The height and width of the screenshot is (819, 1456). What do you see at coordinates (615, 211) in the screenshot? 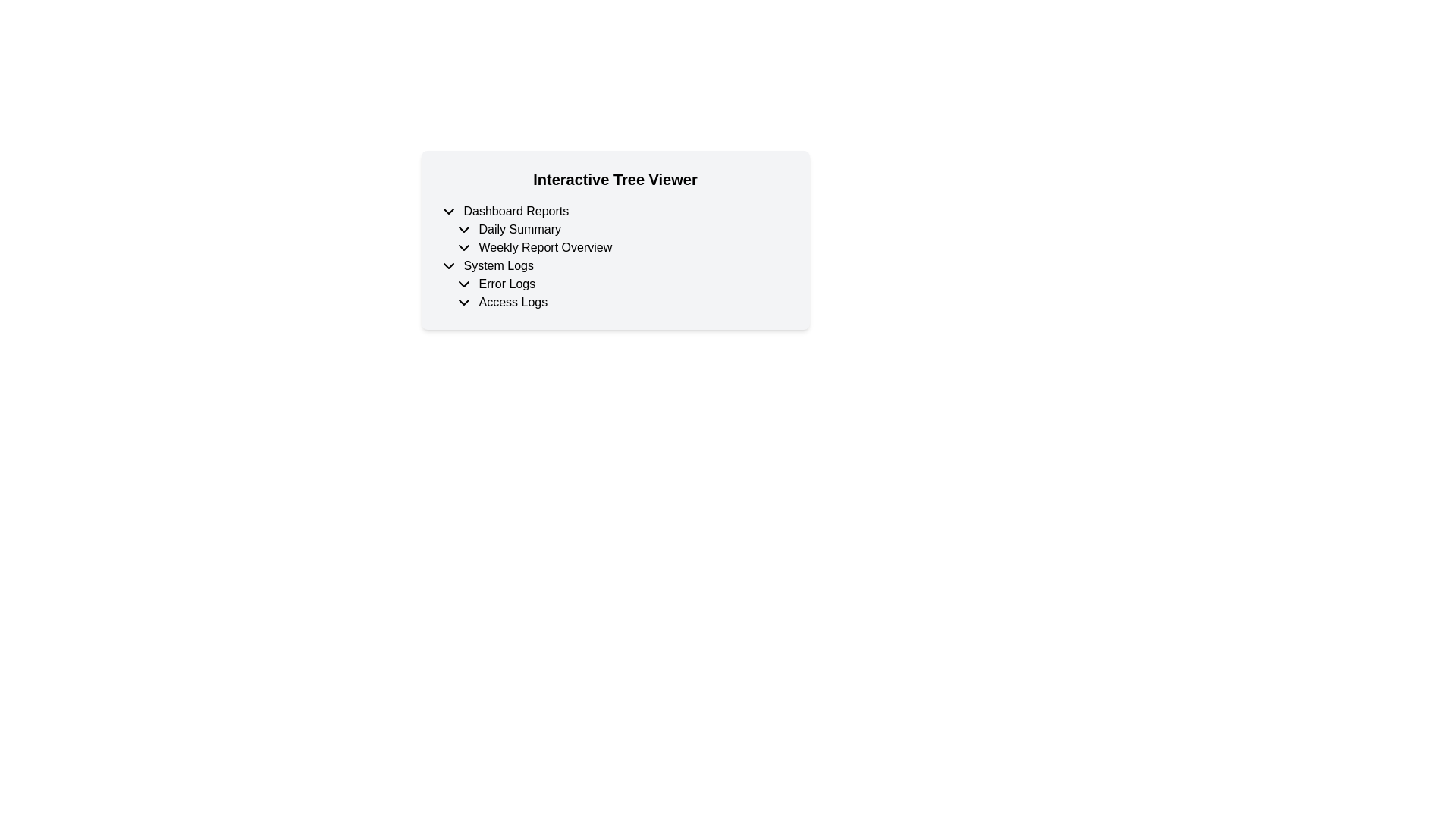
I see `the 'Dashboard Reports' collapsible menu item to check for the context menu` at bounding box center [615, 211].